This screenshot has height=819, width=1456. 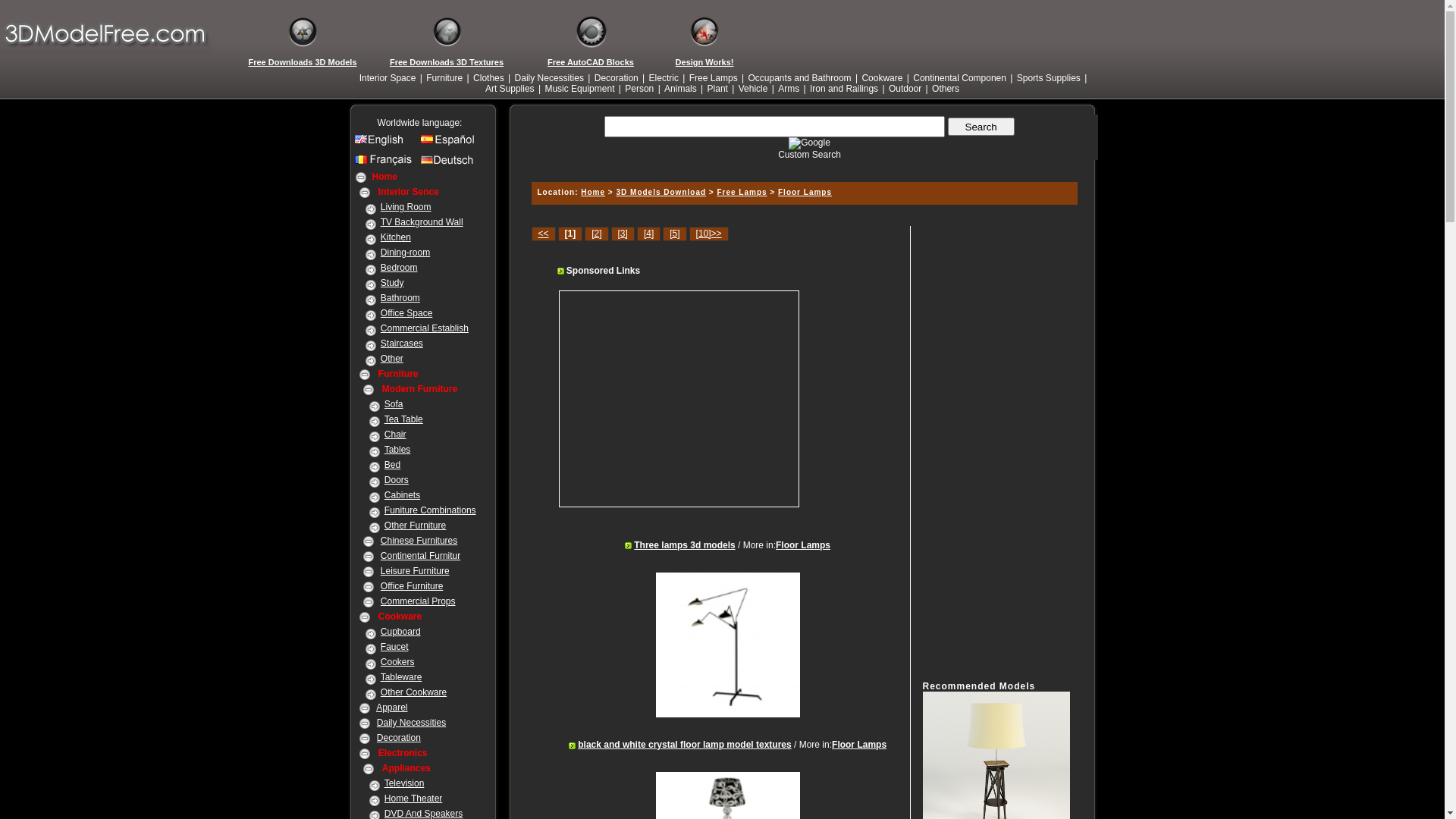 What do you see at coordinates (799, 78) in the screenshot?
I see `'Occupants and Bathroom'` at bounding box center [799, 78].